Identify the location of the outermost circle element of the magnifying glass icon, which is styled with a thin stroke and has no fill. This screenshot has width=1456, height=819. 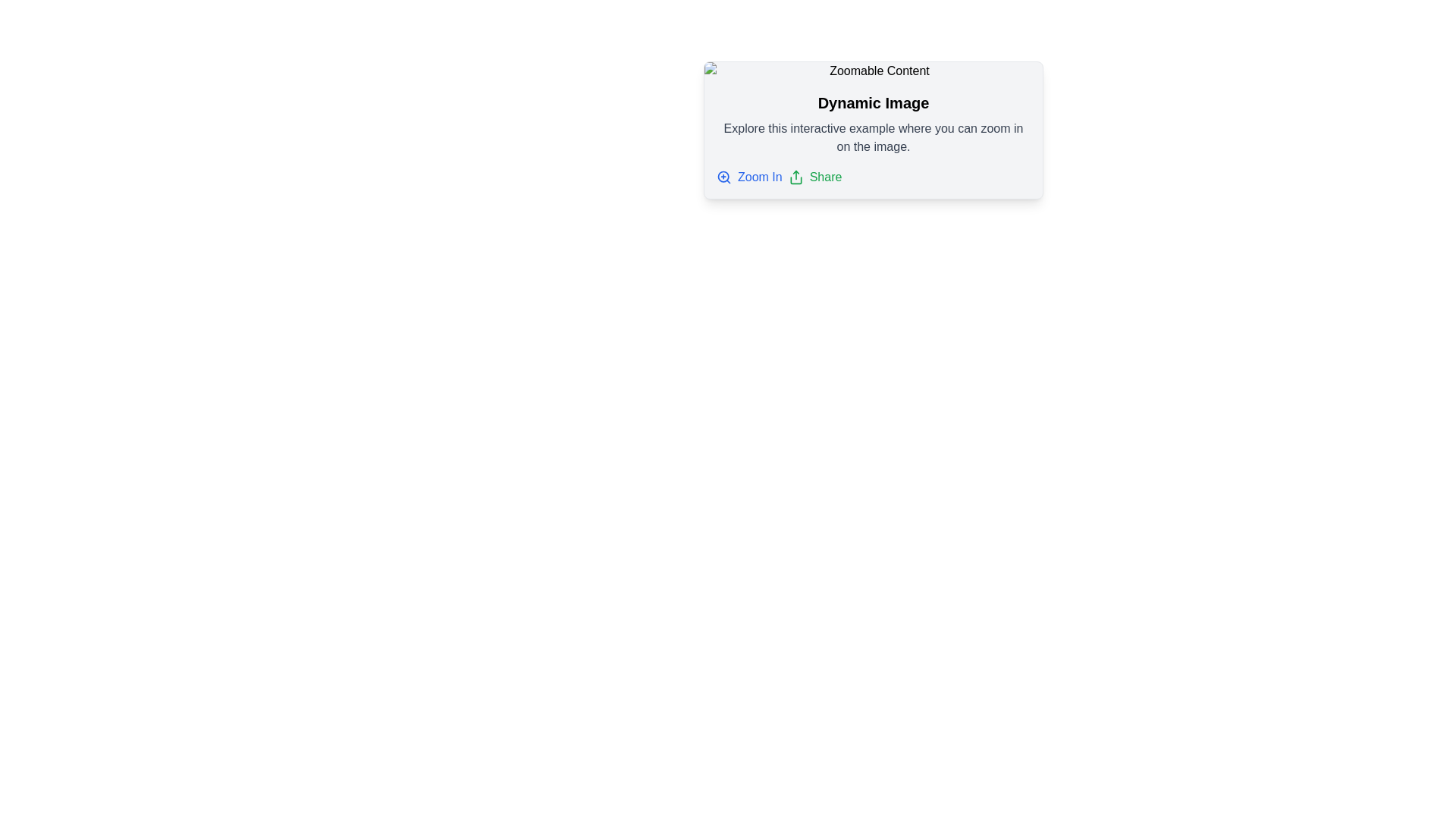
(723, 176).